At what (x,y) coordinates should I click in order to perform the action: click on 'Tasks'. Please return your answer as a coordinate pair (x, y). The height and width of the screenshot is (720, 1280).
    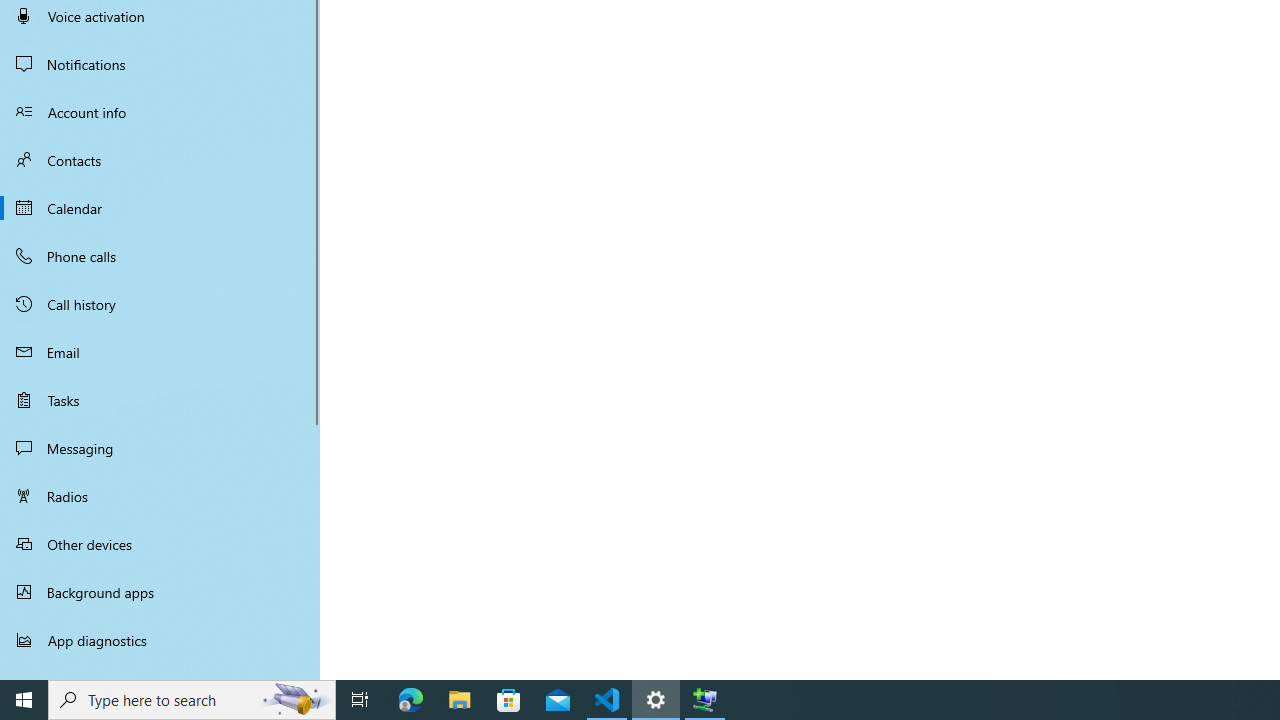
    Looking at the image, I should click on (160, 399).